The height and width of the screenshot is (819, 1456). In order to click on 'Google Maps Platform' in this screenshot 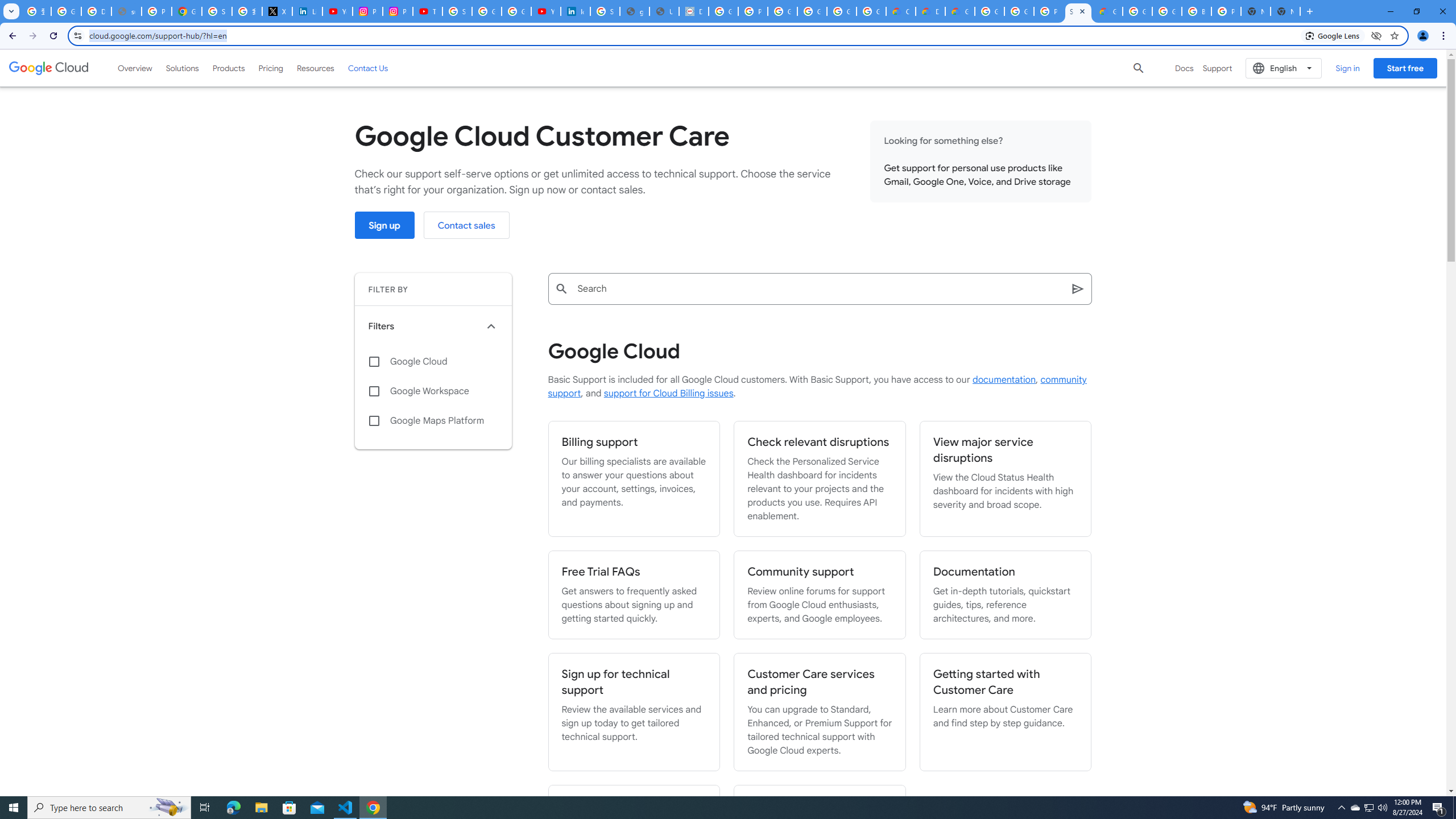, I will do `click(433, 420)`.